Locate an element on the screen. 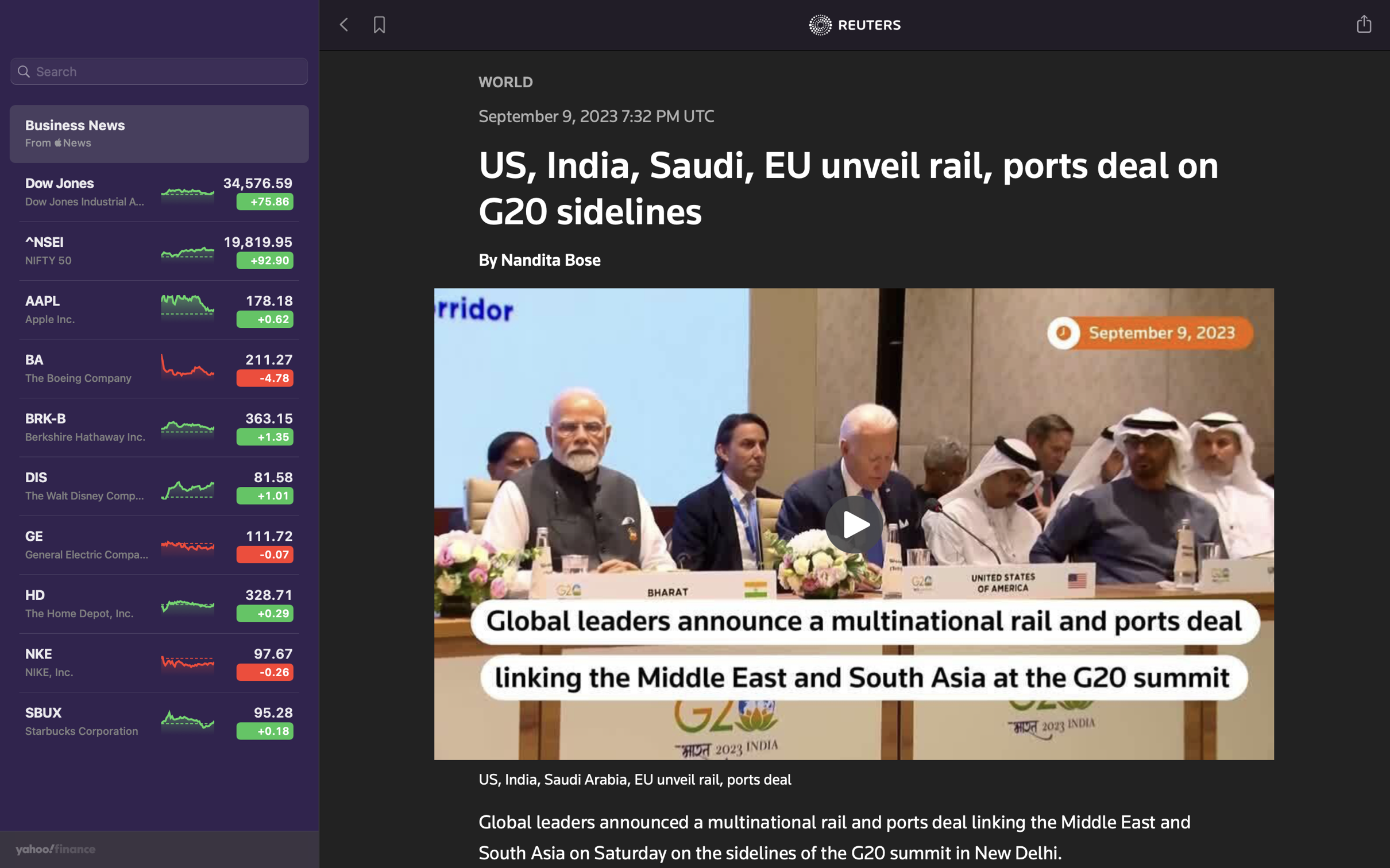 The image size is (1390, 868). Start the news video playback is located at coordinates (855, 522).